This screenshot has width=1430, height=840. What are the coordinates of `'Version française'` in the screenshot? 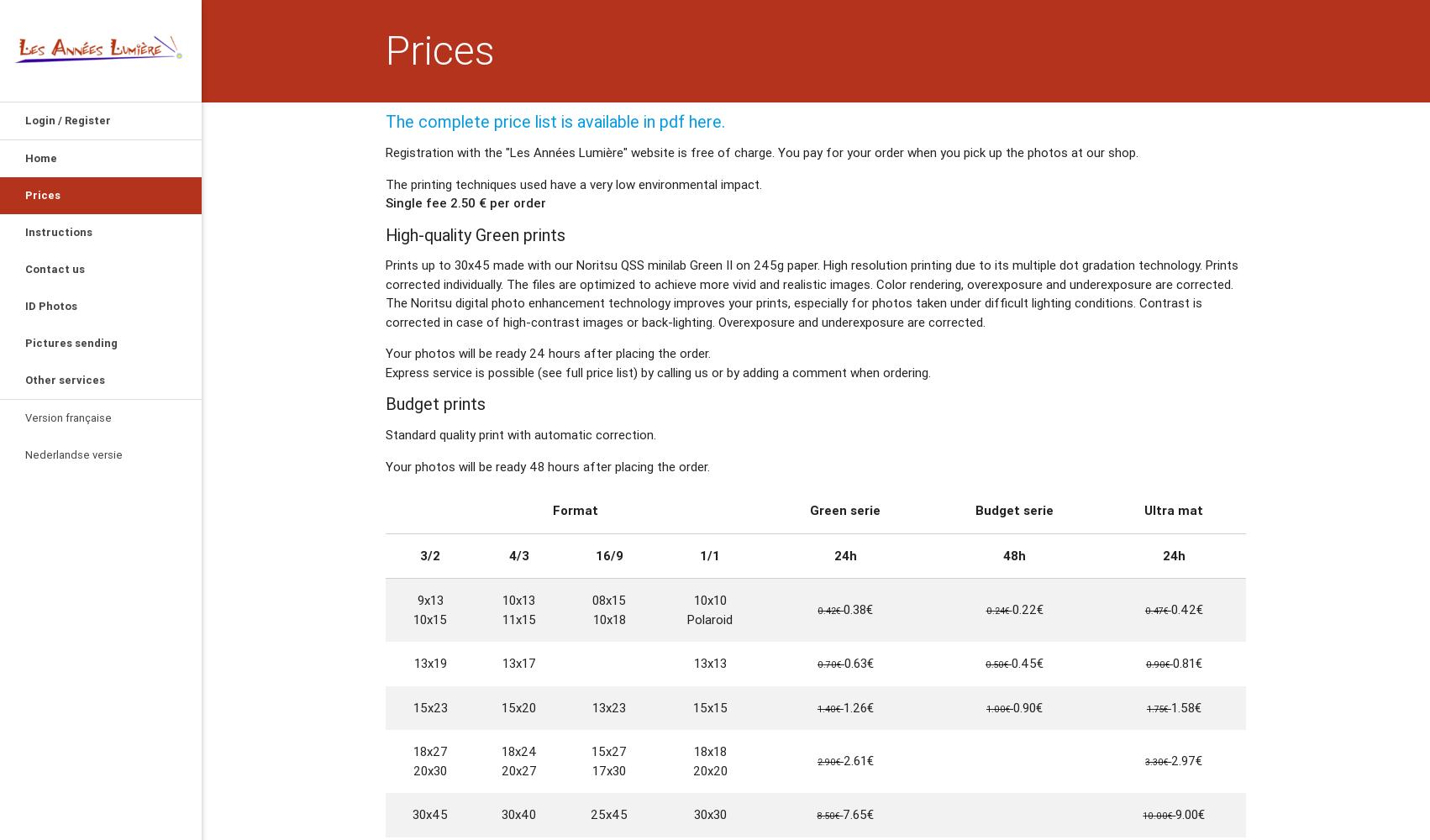 It's located at (68, 417).